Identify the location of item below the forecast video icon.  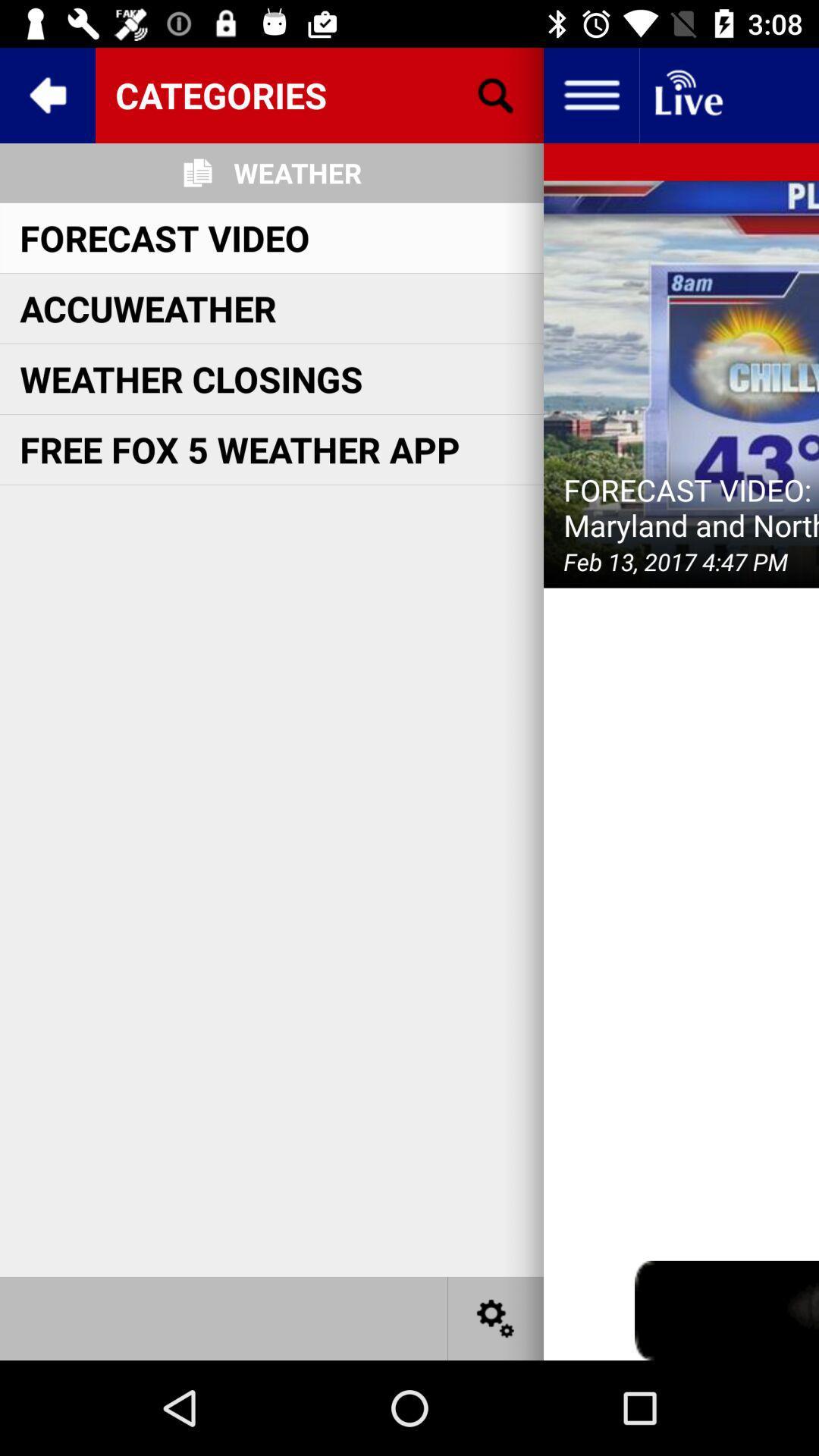
(148, 307).